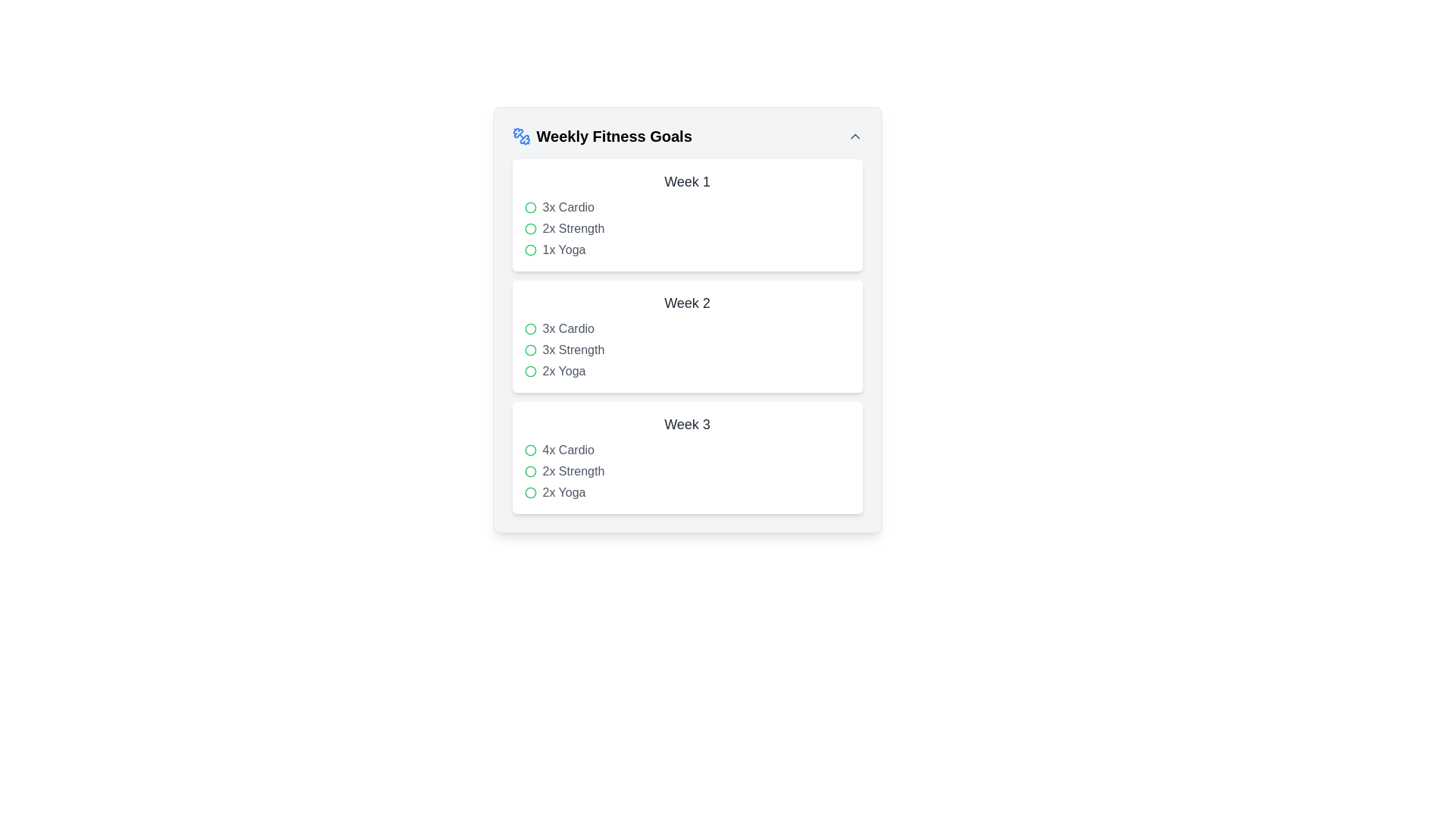 The width and height of the screenshot is (1456, 819). What do you see at coordinates (530, 228) in the screenshot?
I see `the circular indicator for the '2x Strength' activity under 'Week 1', which is the second circle in the vertical list` at bounding box center [530, 228].